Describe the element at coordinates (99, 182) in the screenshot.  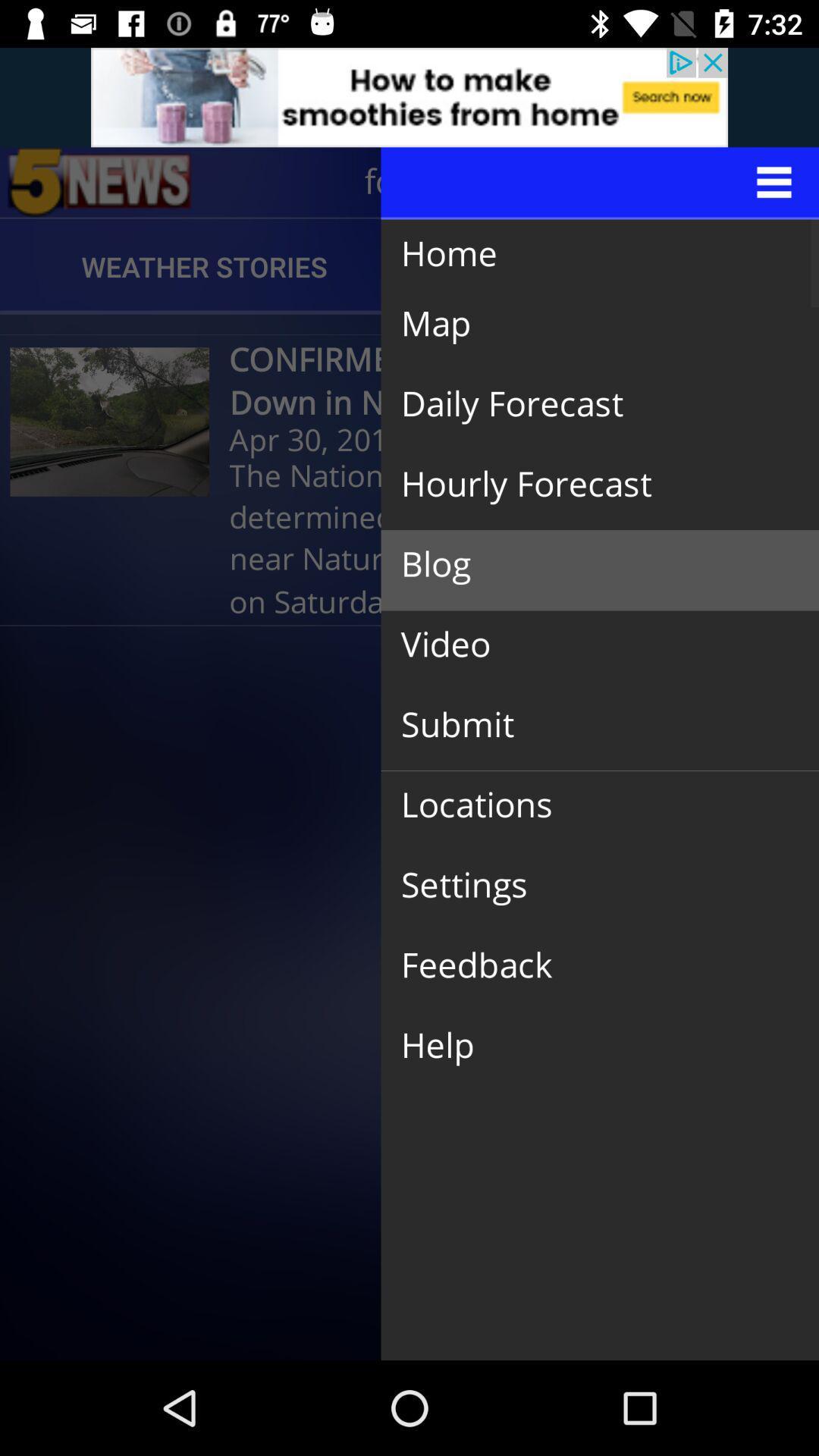
I see `the date_range icon` at that location.